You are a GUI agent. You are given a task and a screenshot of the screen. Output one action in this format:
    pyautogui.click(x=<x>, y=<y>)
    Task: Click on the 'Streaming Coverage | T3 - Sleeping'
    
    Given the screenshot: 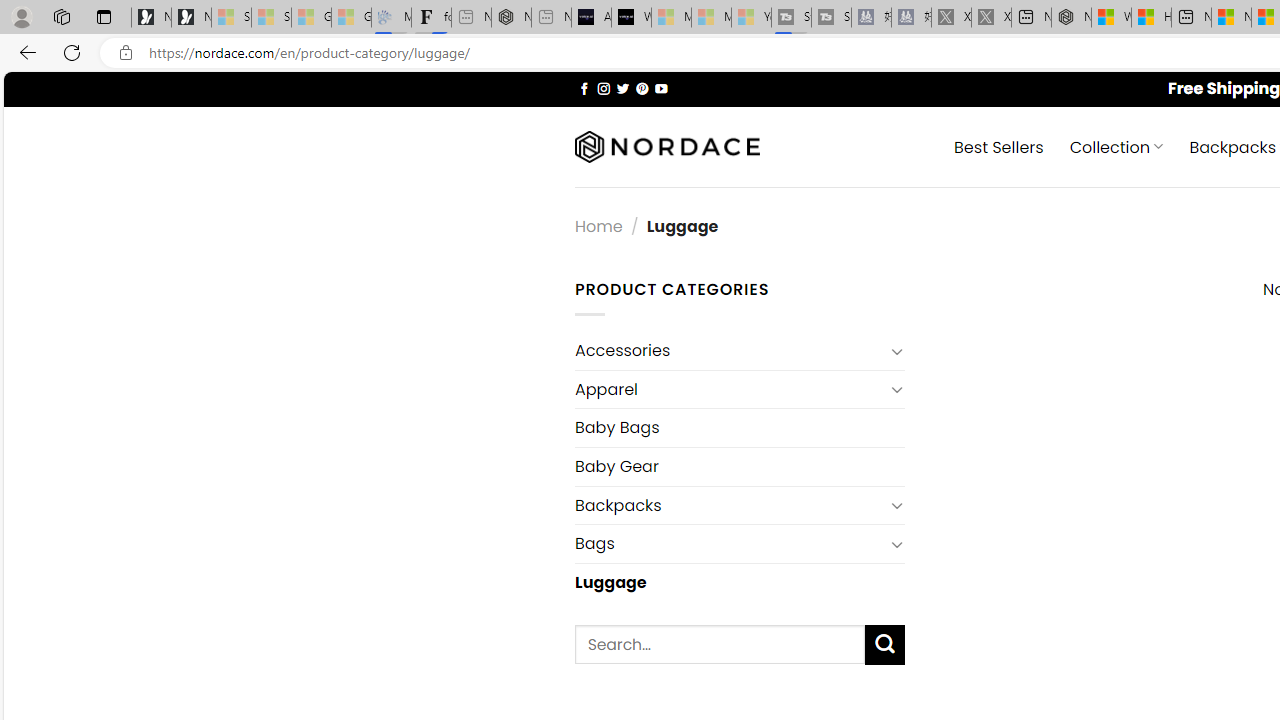 What is the action you would take?
    pyautogui.click(x=790, y=17)
    